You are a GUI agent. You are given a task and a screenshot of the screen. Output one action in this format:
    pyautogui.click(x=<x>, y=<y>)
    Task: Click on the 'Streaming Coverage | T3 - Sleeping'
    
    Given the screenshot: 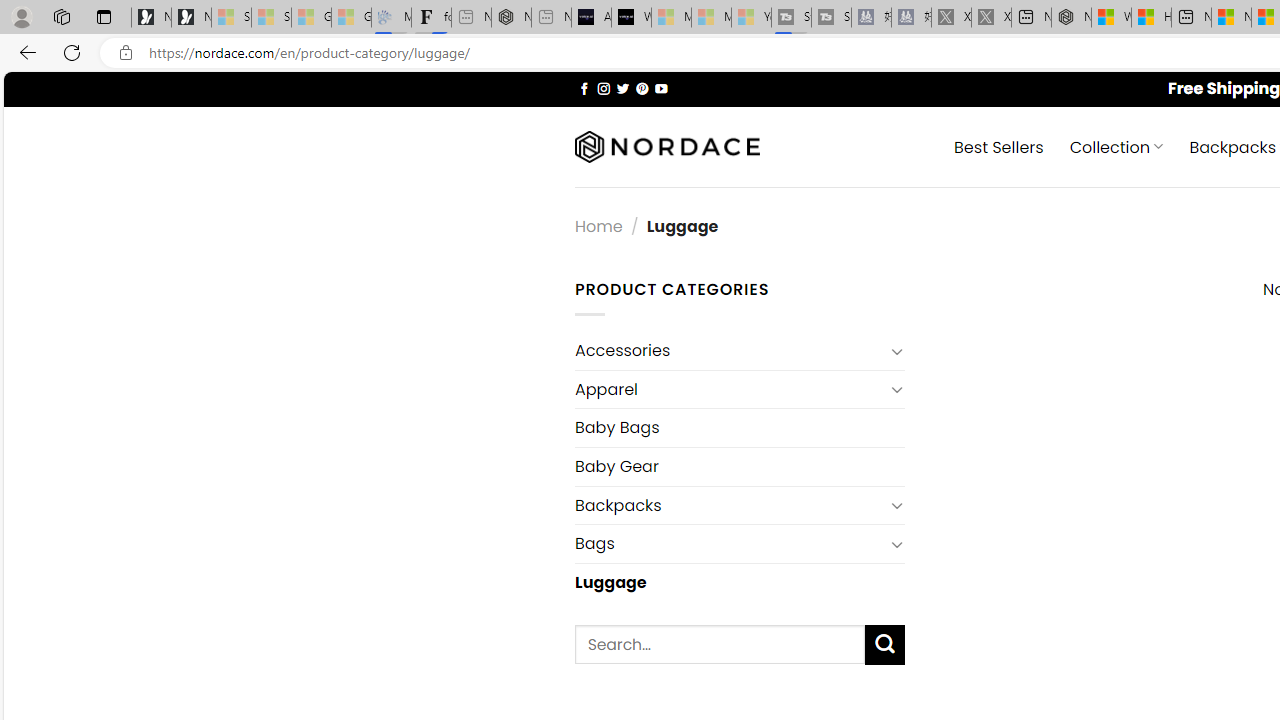 What is the action you would take?
    pyautogui.click(x=790, y=17)
    